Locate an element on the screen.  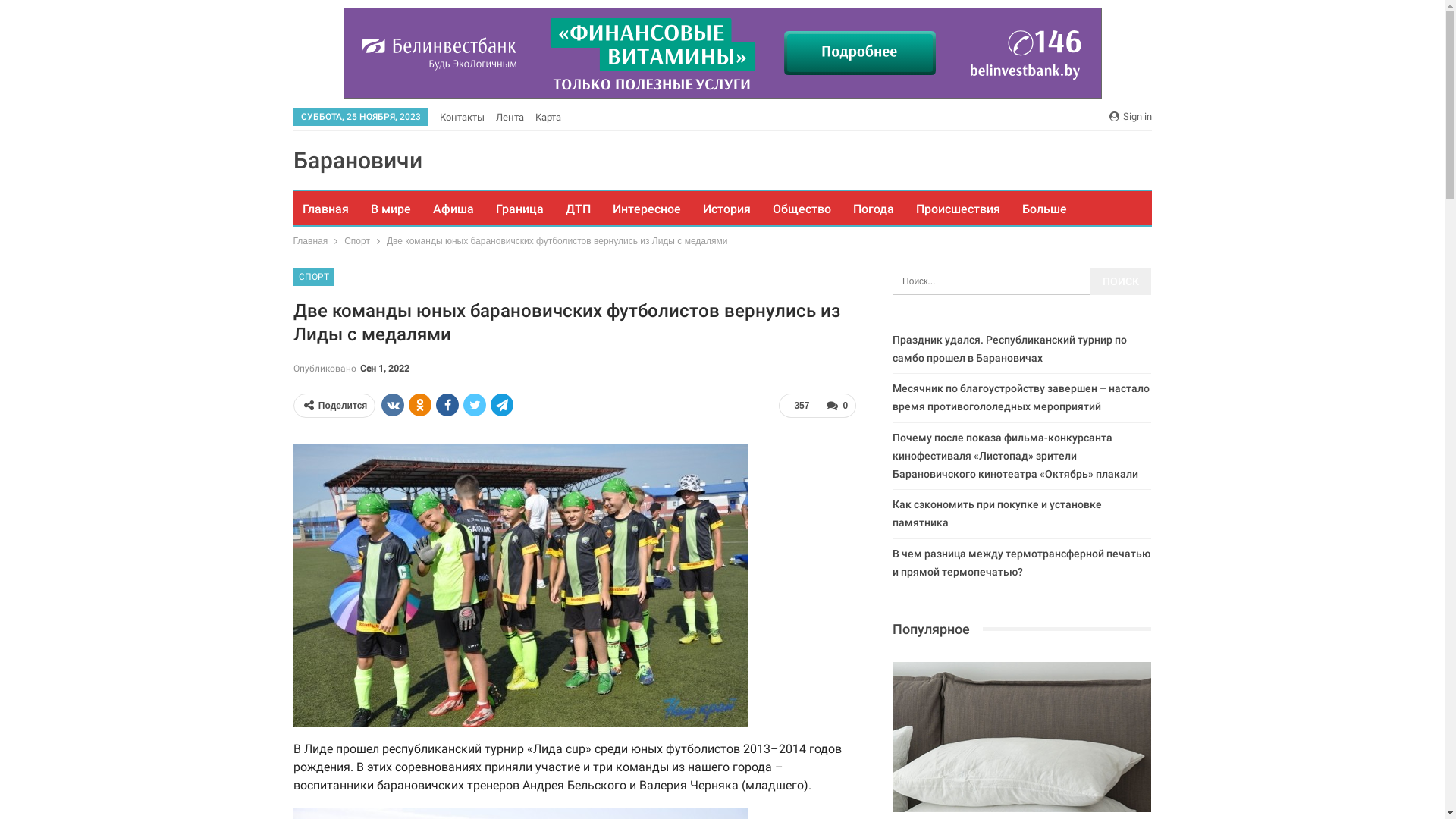
'0' is located at coordinates (836, 405).